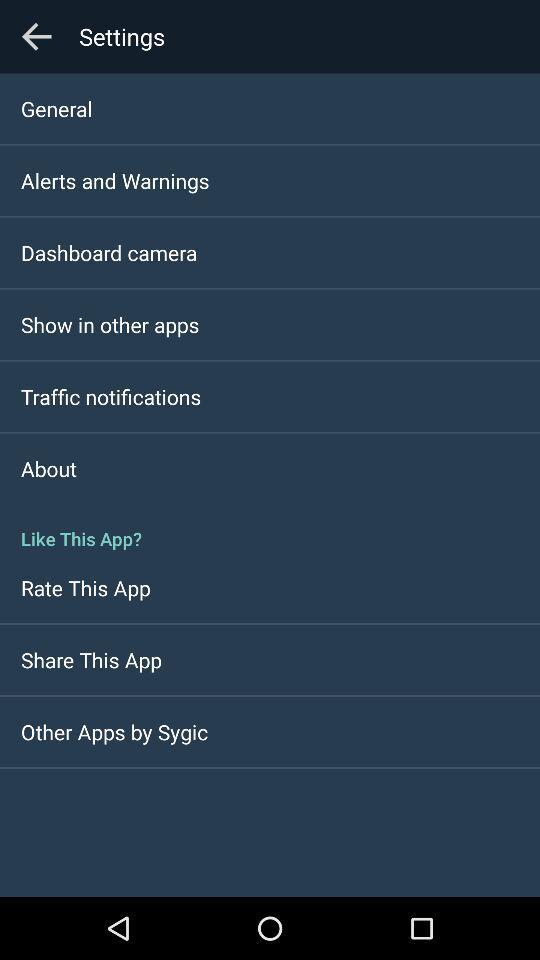  Describe the element at coordinates (109, 251) in the screenshot. I see `the dashboard camera` at that location.